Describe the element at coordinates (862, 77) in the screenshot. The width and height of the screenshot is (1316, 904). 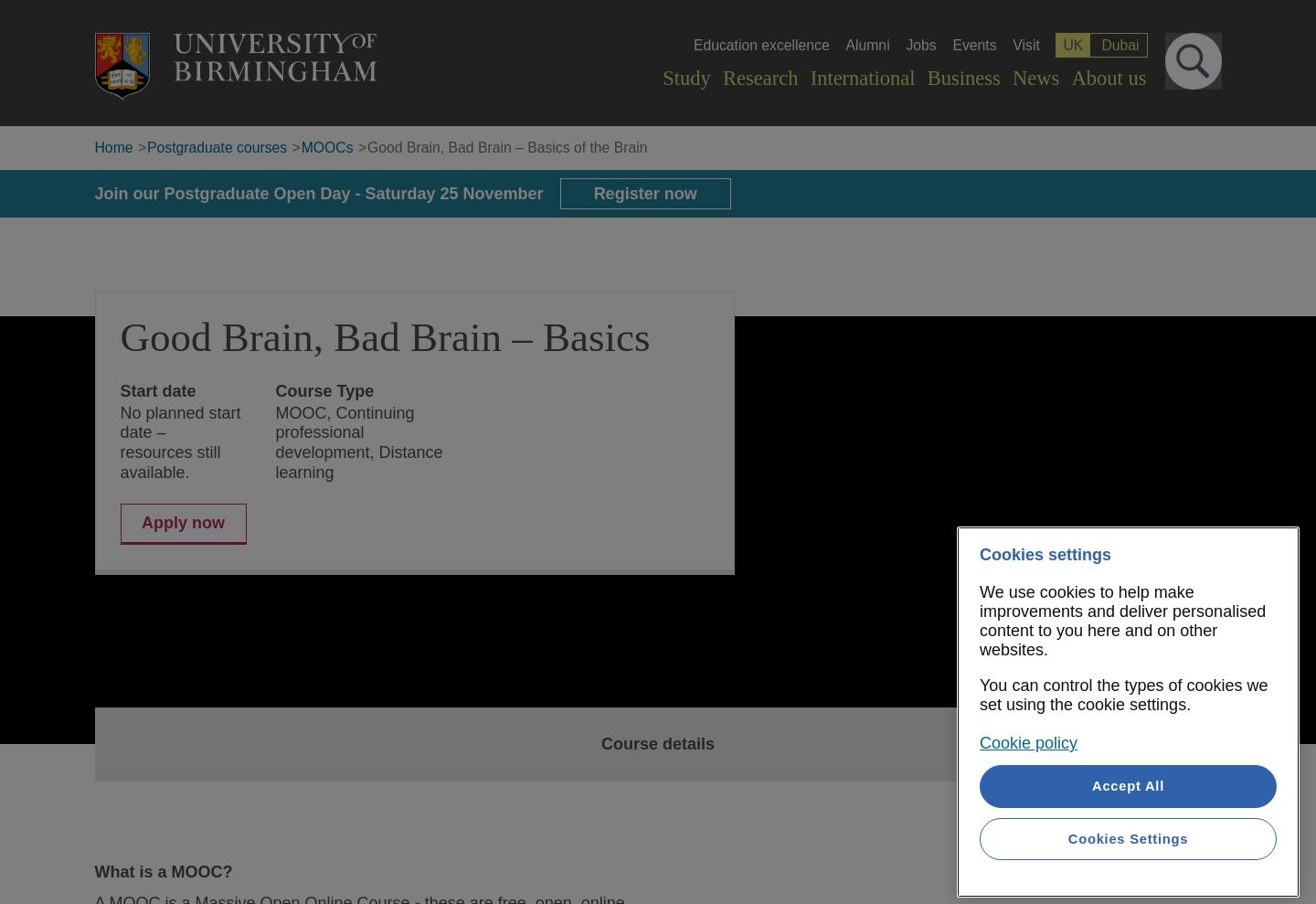
I see `'International'` at that location.